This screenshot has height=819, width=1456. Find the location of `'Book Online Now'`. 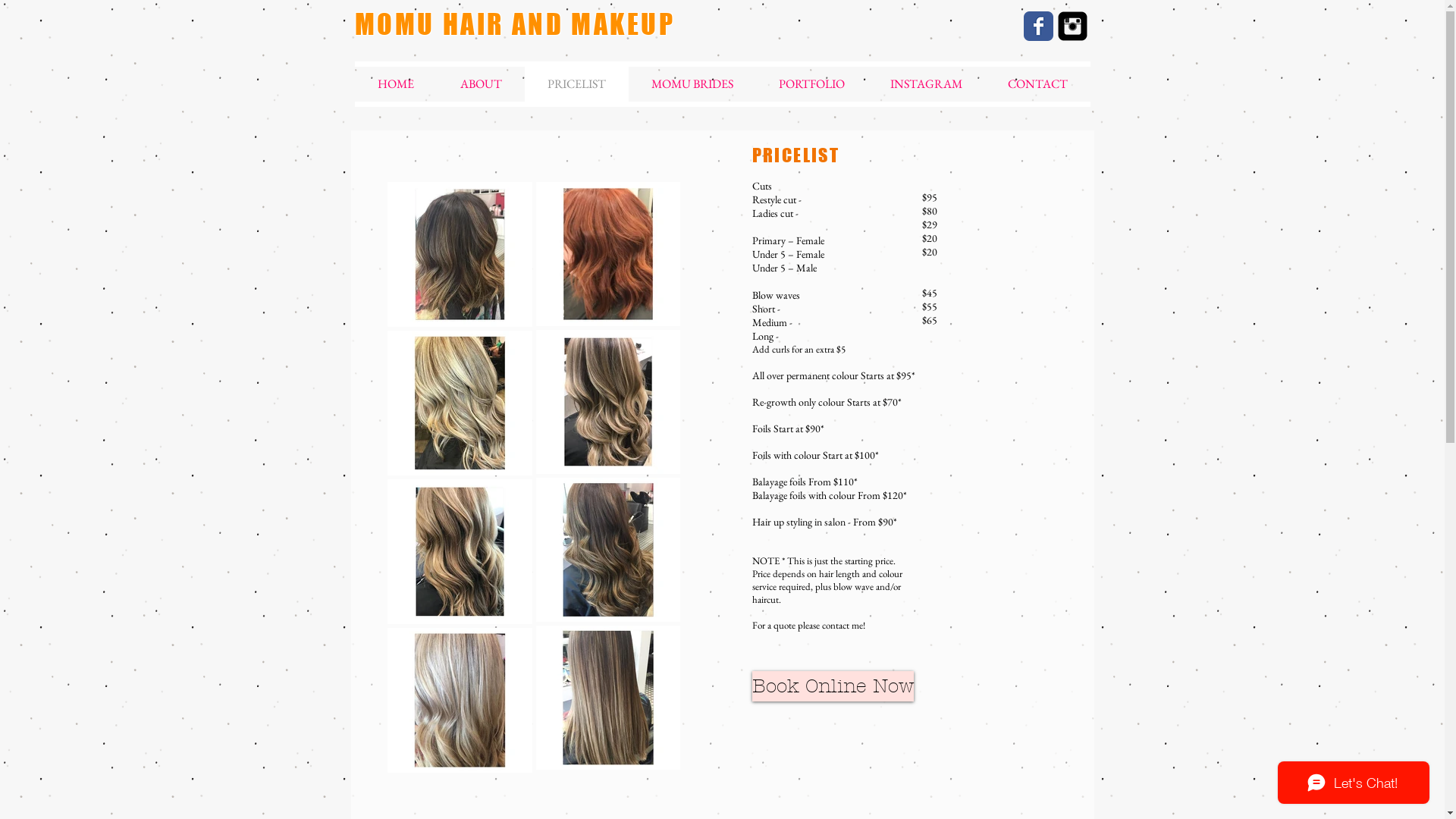

'Book Online Now' is located at coordinates (832, 686).